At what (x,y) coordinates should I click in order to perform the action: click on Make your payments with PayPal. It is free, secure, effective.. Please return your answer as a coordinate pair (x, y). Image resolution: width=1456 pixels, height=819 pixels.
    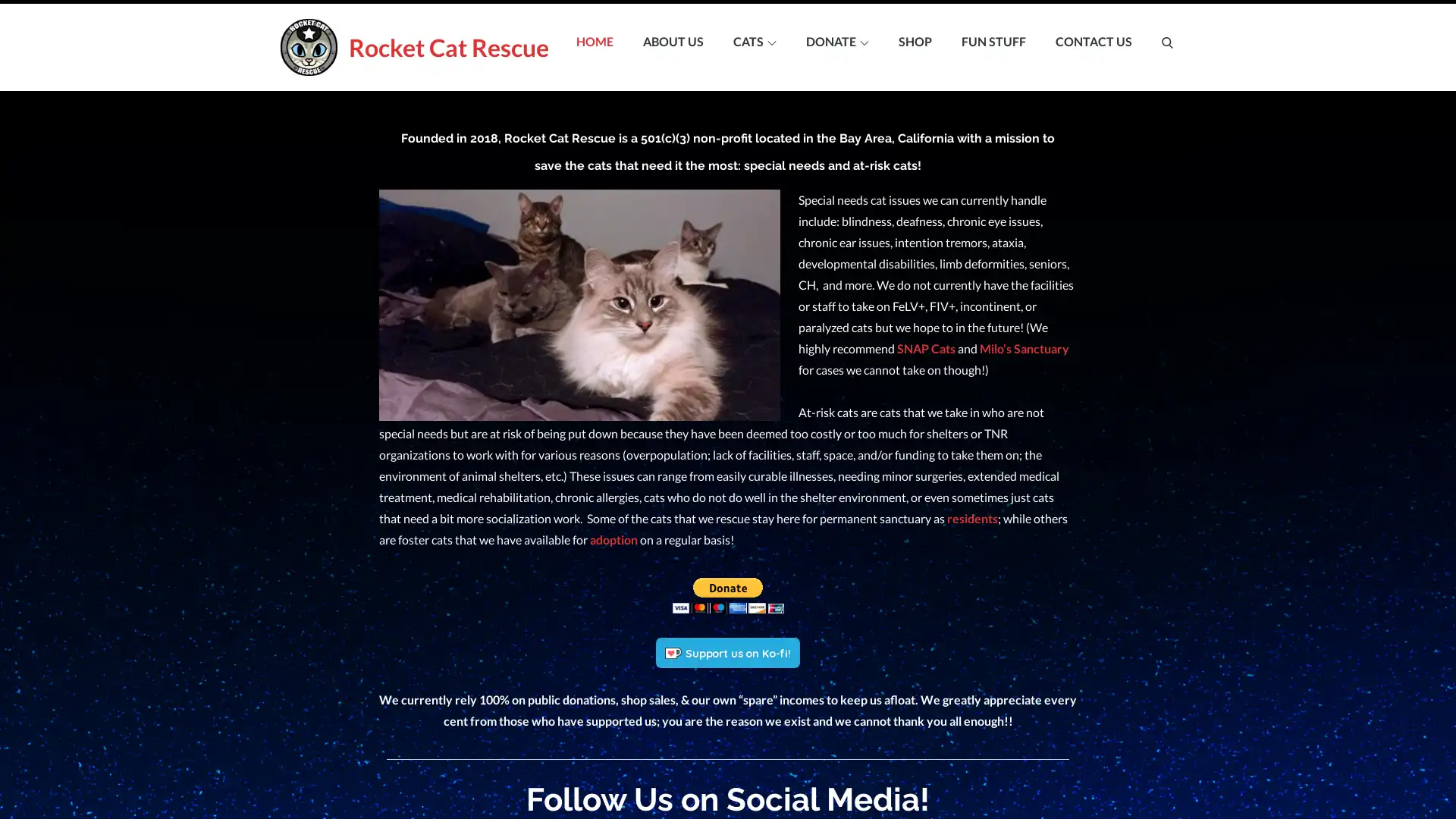
    Looking at the image, I should click on (726, 586).